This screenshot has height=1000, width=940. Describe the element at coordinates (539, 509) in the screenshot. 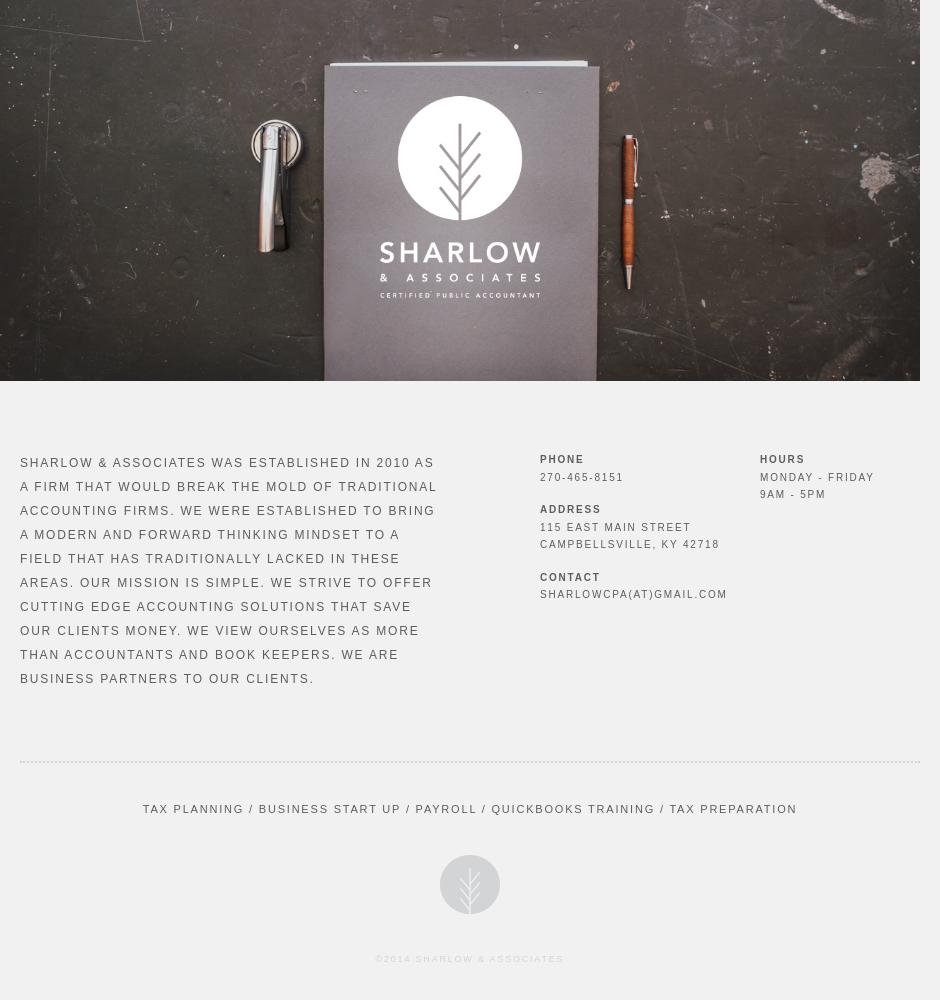

I see `'Address'` at that location.